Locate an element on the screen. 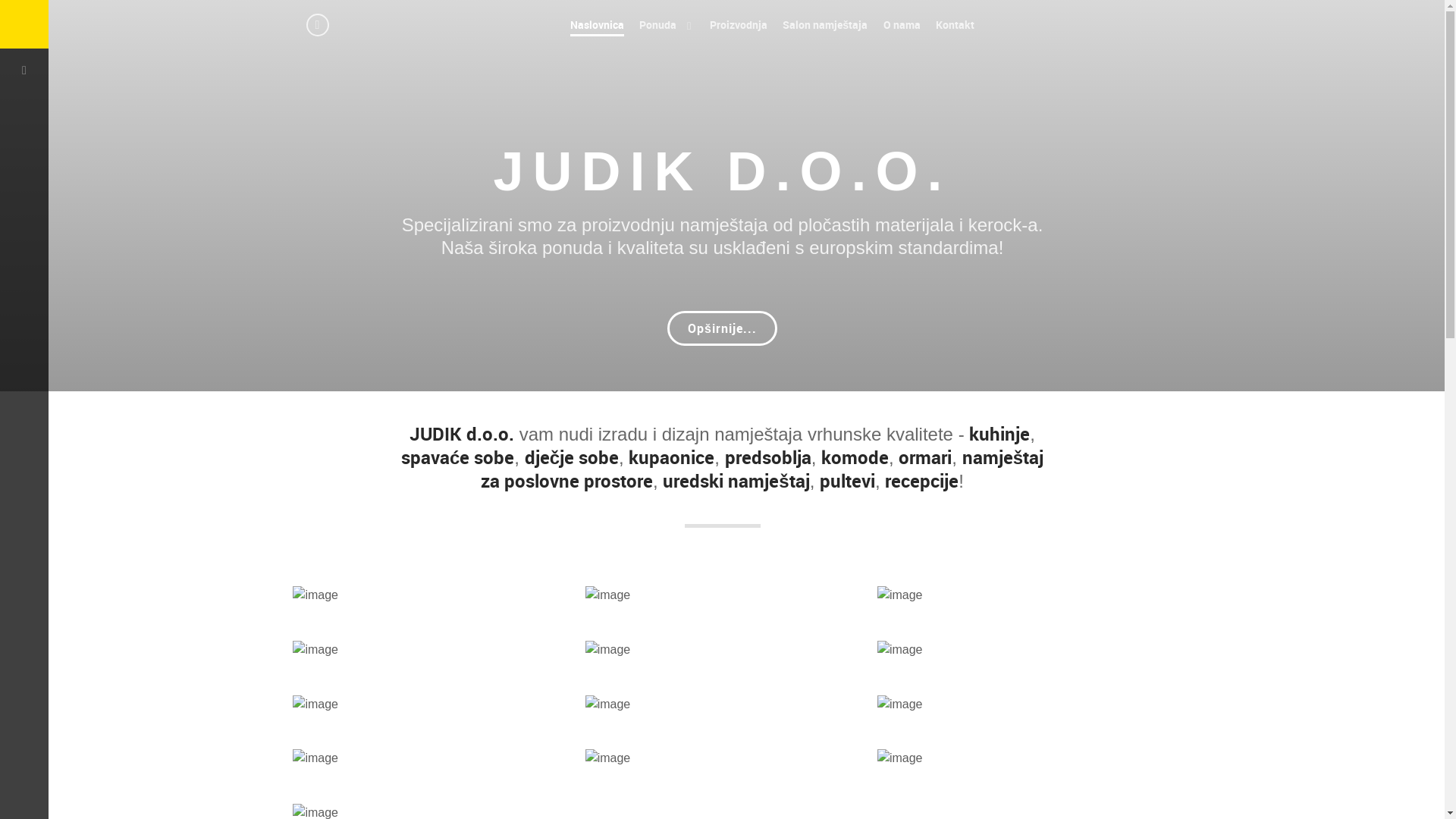 The width and height of the screenshot is (1456, 819). 'komode' is located at coordinates (855, 456).